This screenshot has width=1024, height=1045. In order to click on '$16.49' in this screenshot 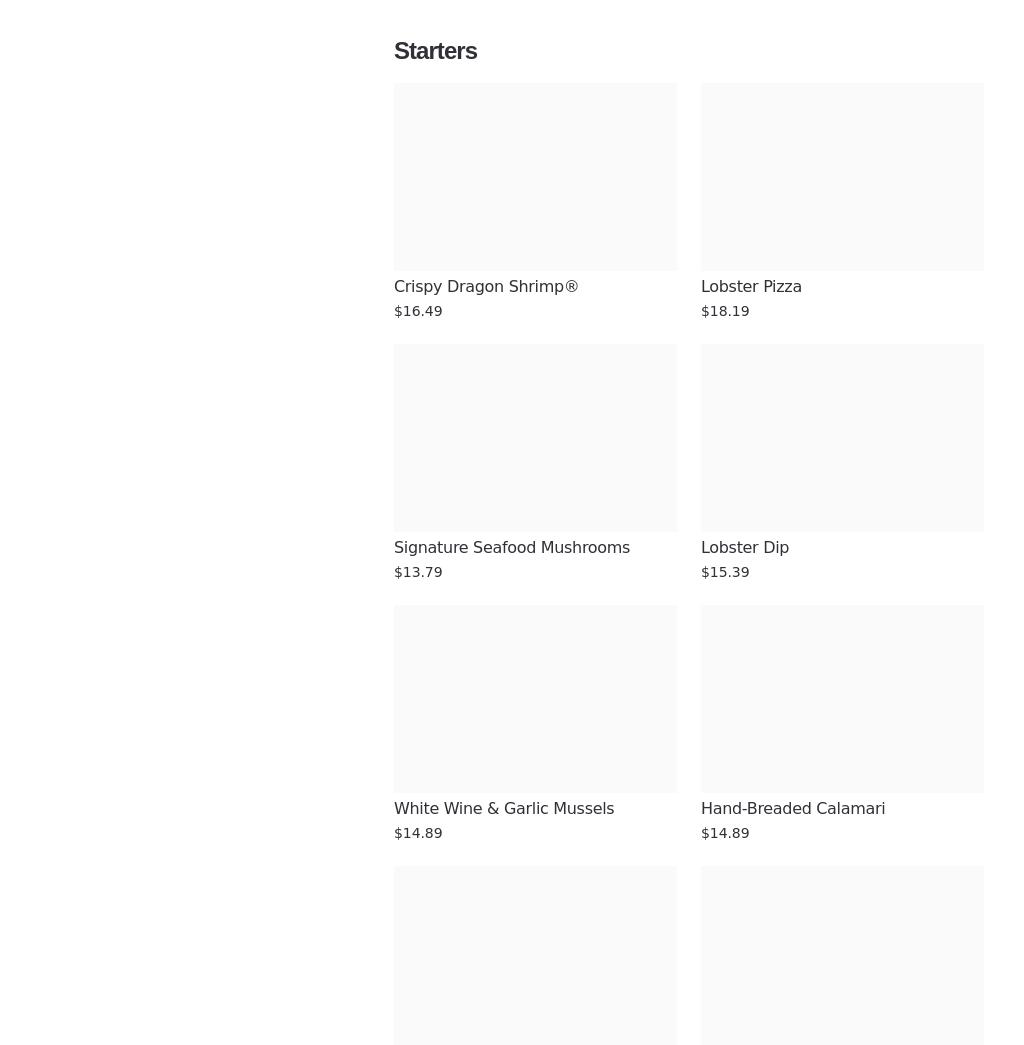, I will do `click(416, 310)`.